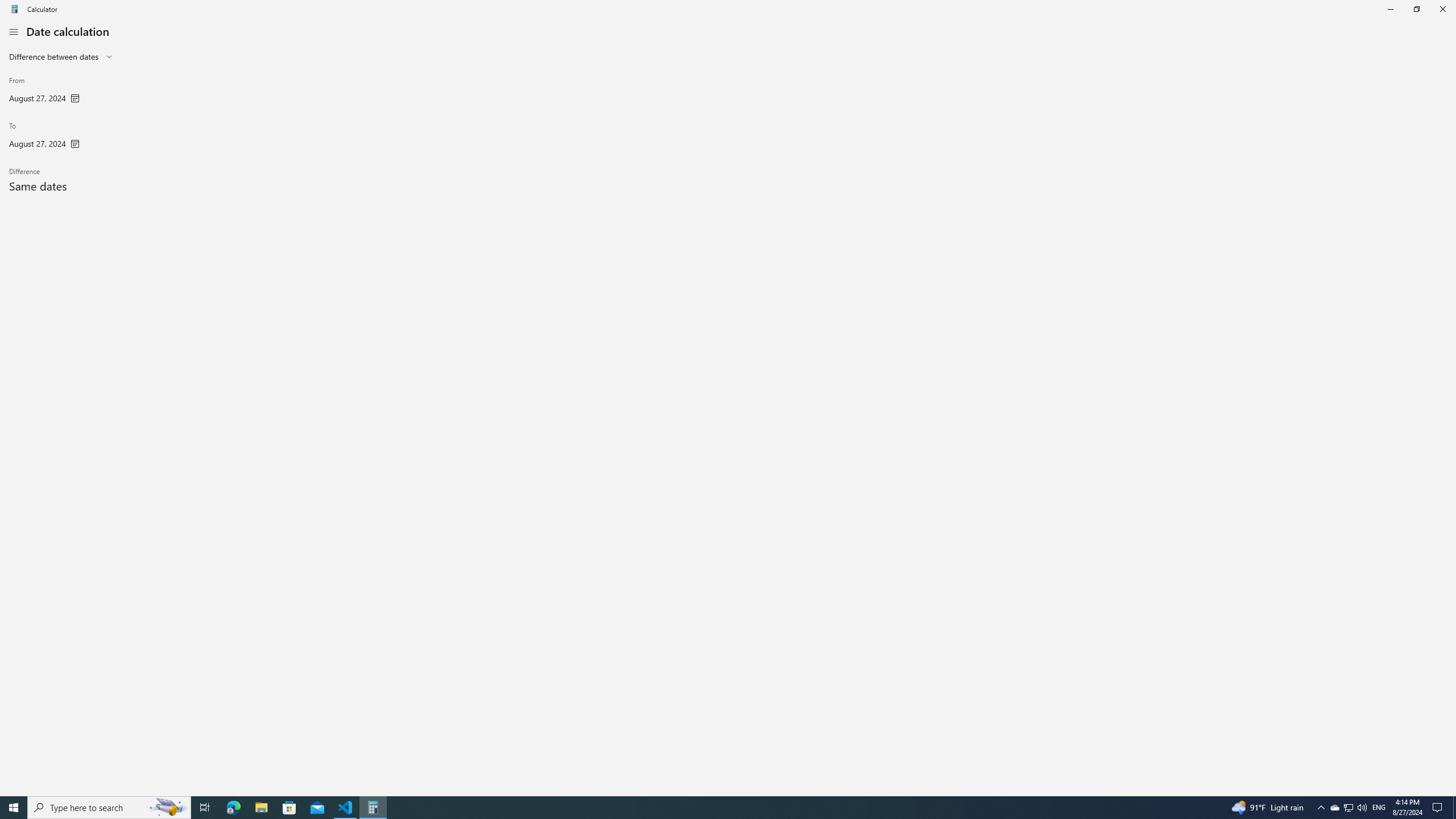 Image resolution: width=1456 pixels, height=819 pixels. I want to click on 'Close Calculator', so click(1442, 9).